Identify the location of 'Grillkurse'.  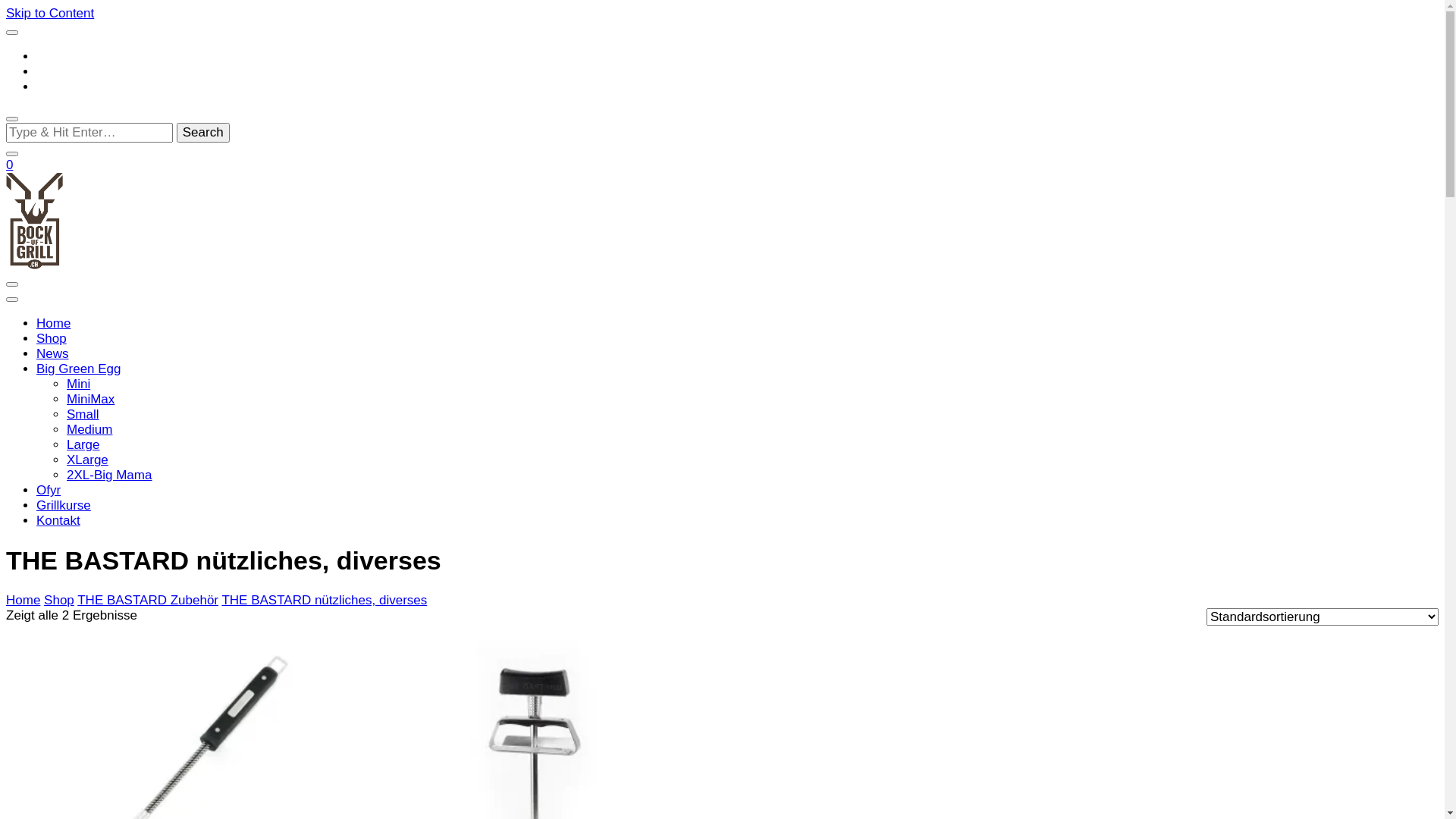
(62, 505).